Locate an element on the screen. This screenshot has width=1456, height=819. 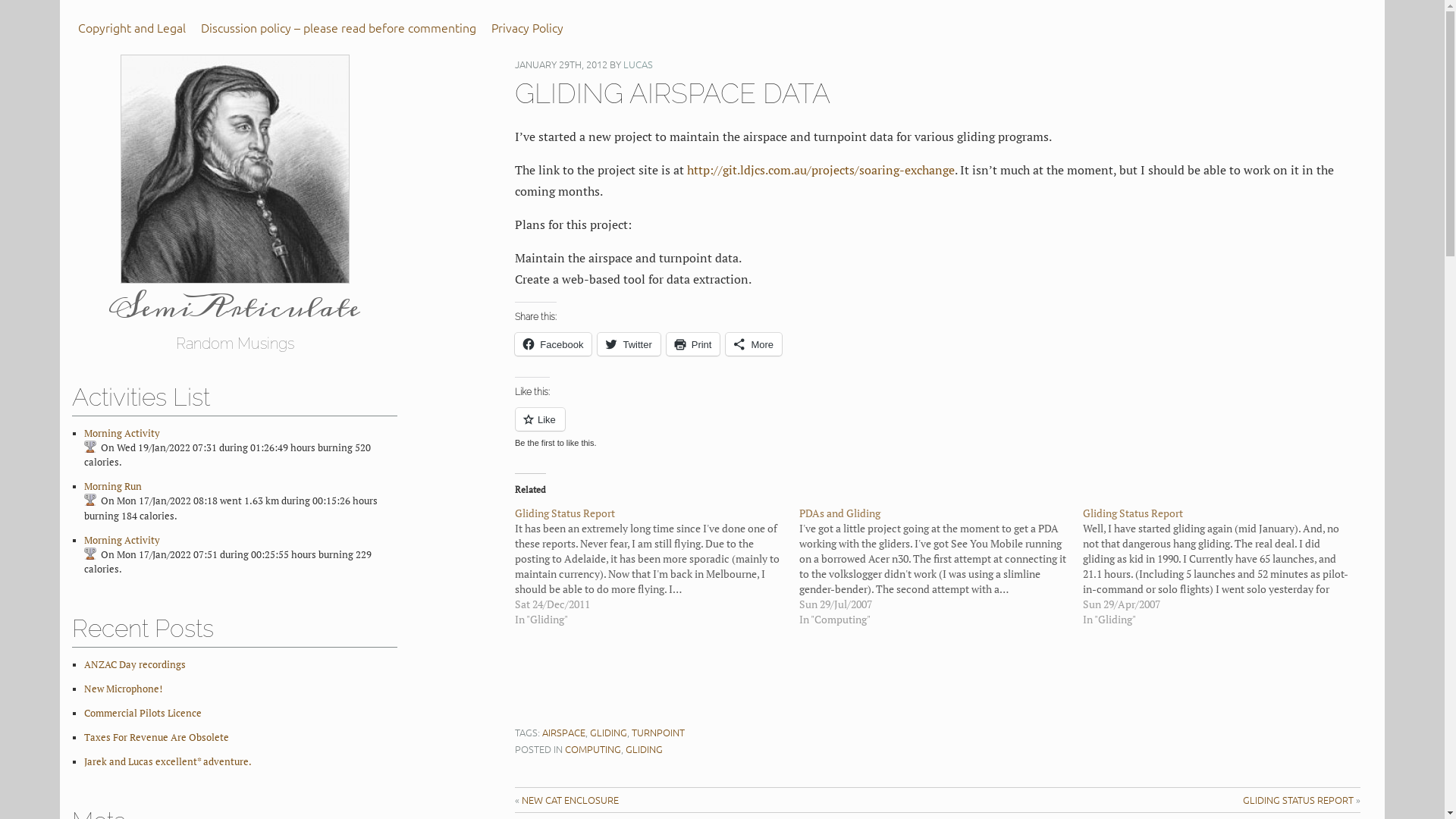
'Privacy Policy' is located at coordinates (527, 27).